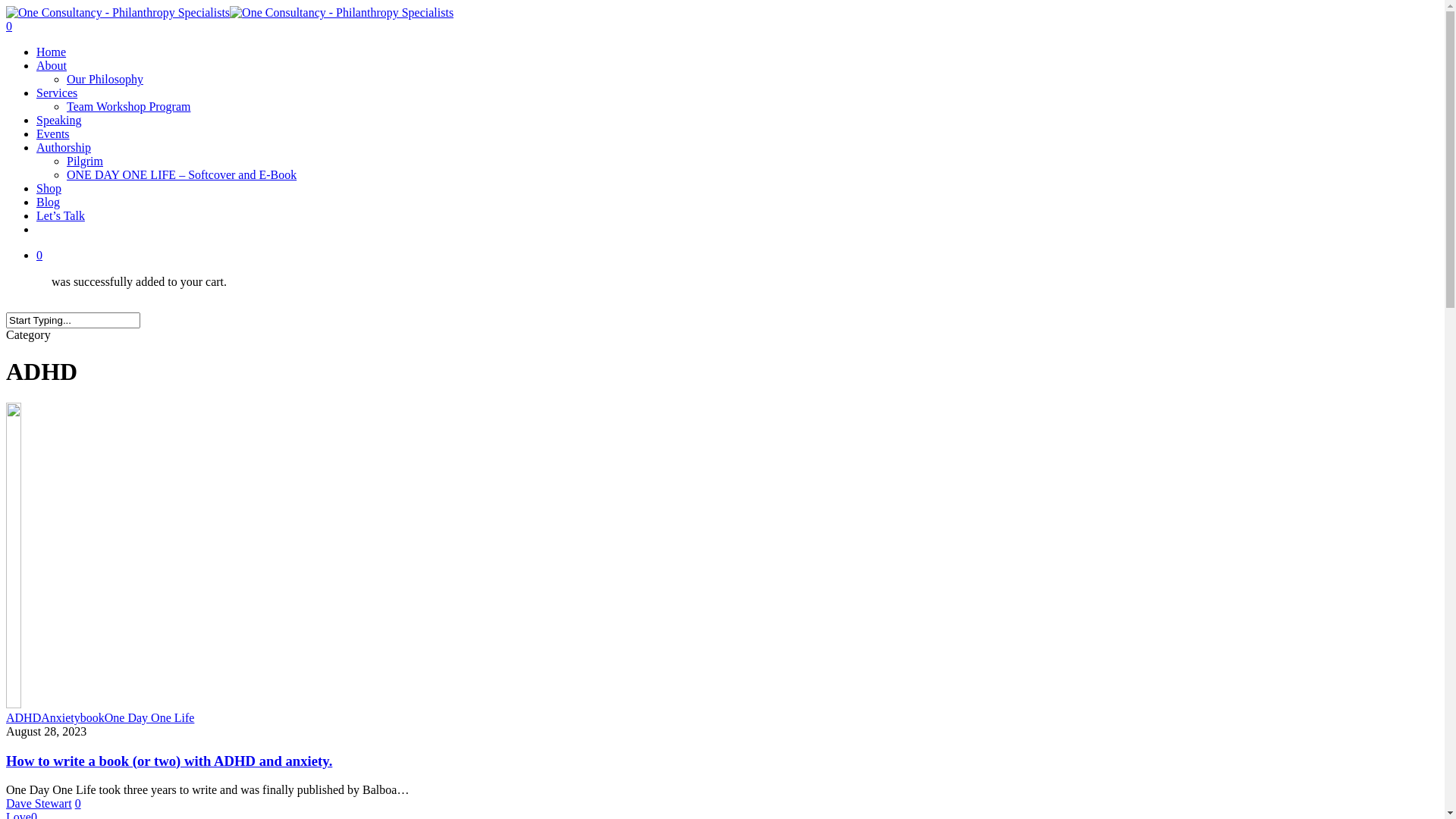 This screenshot has height=819, width=1456. Describe the element at coordinates (61, 717) in the screenshot. I see `'Anxiety'` at that location.